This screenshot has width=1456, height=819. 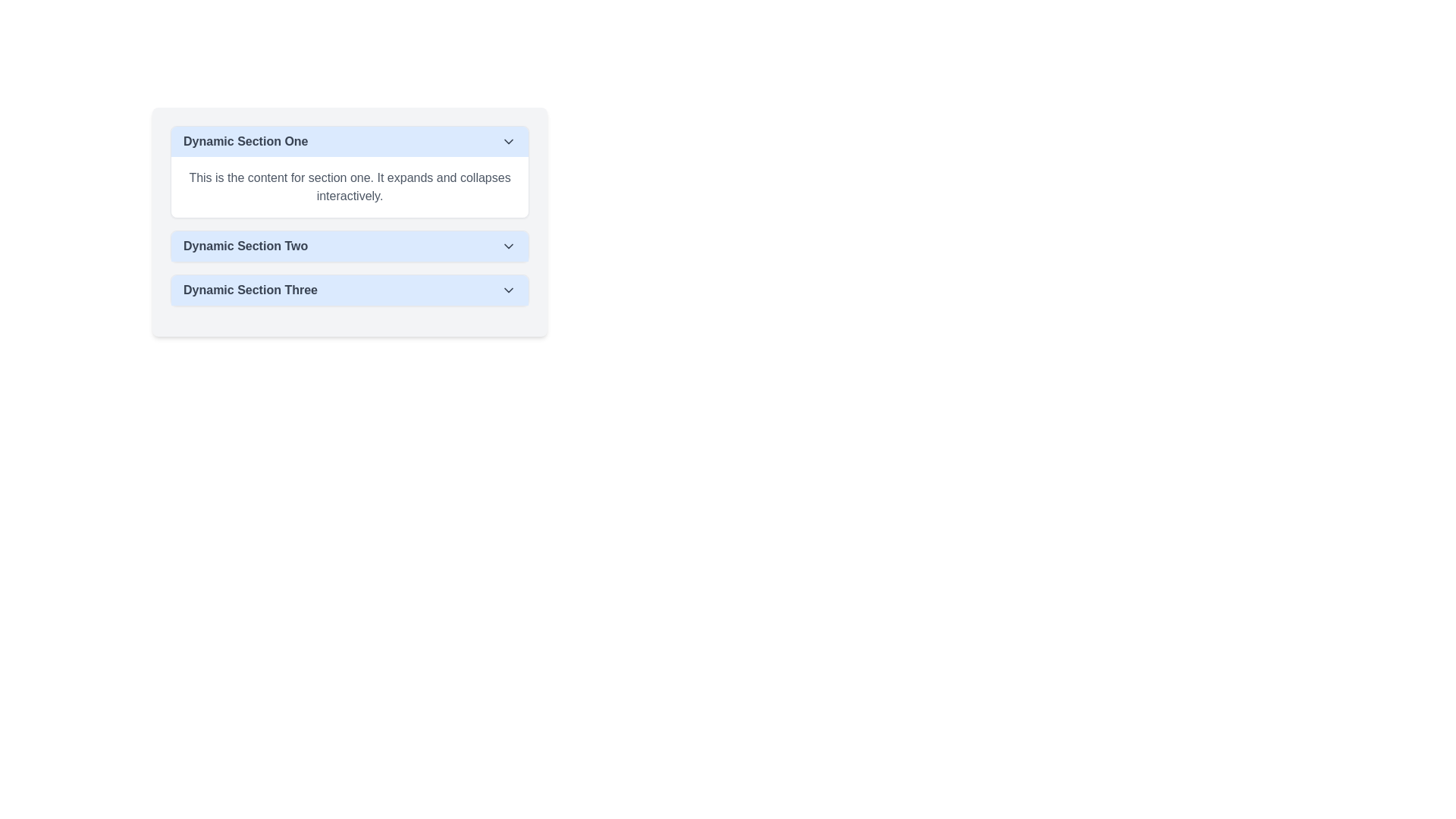 I want to click on the chevron down icon located at the far right of the header in 'Dynamic Section Three', so click(x=509, y=290).